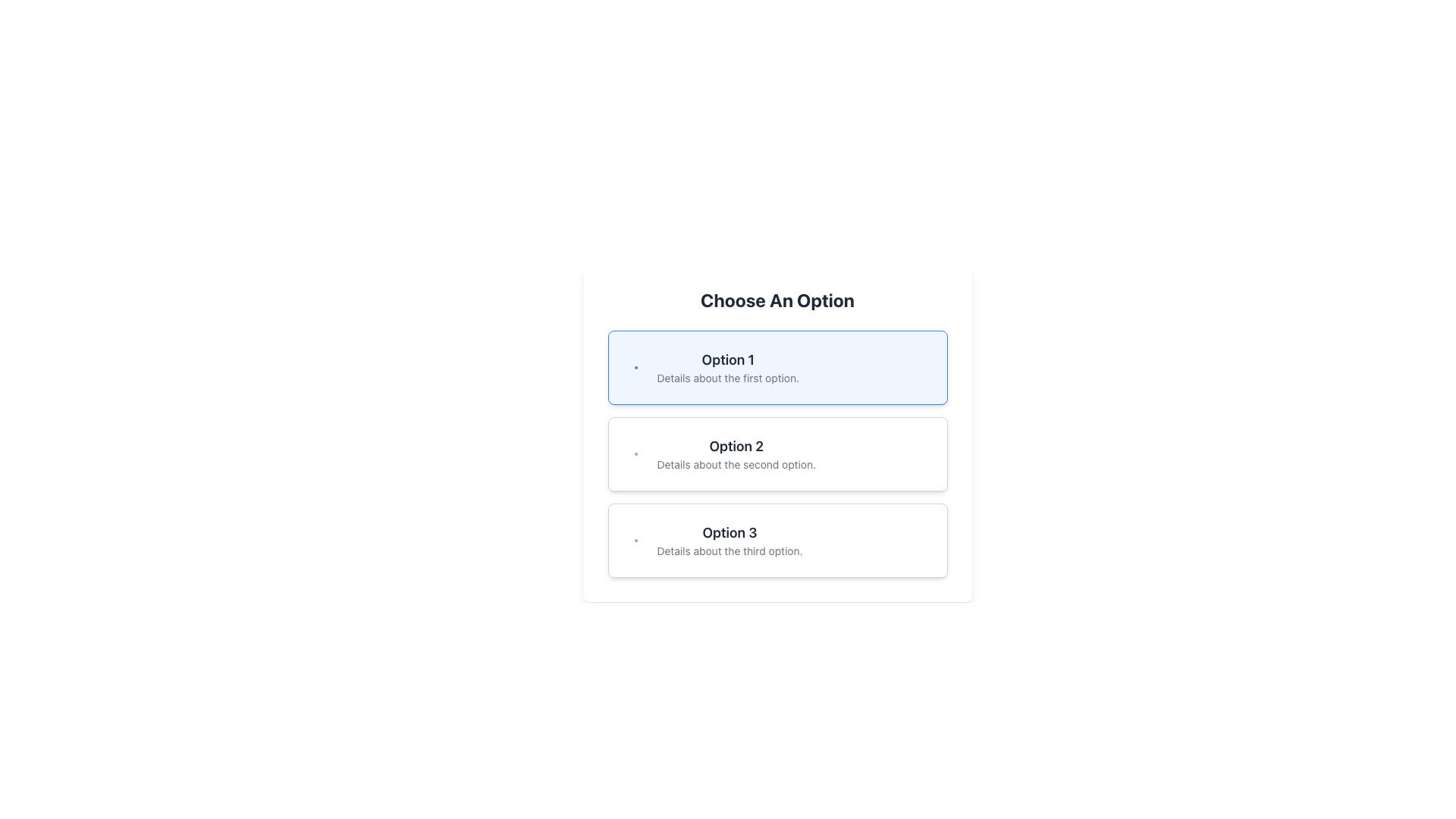 Image resolution: width=1456 pixels, height=819 pixels. What do you see at coordinates (736, 446) in the screenshot?
I see `title label for the second option in the vertical menu layout, which is positioned above the descriptive text 'Details about the second option.'` at bounding box center [736, 446].